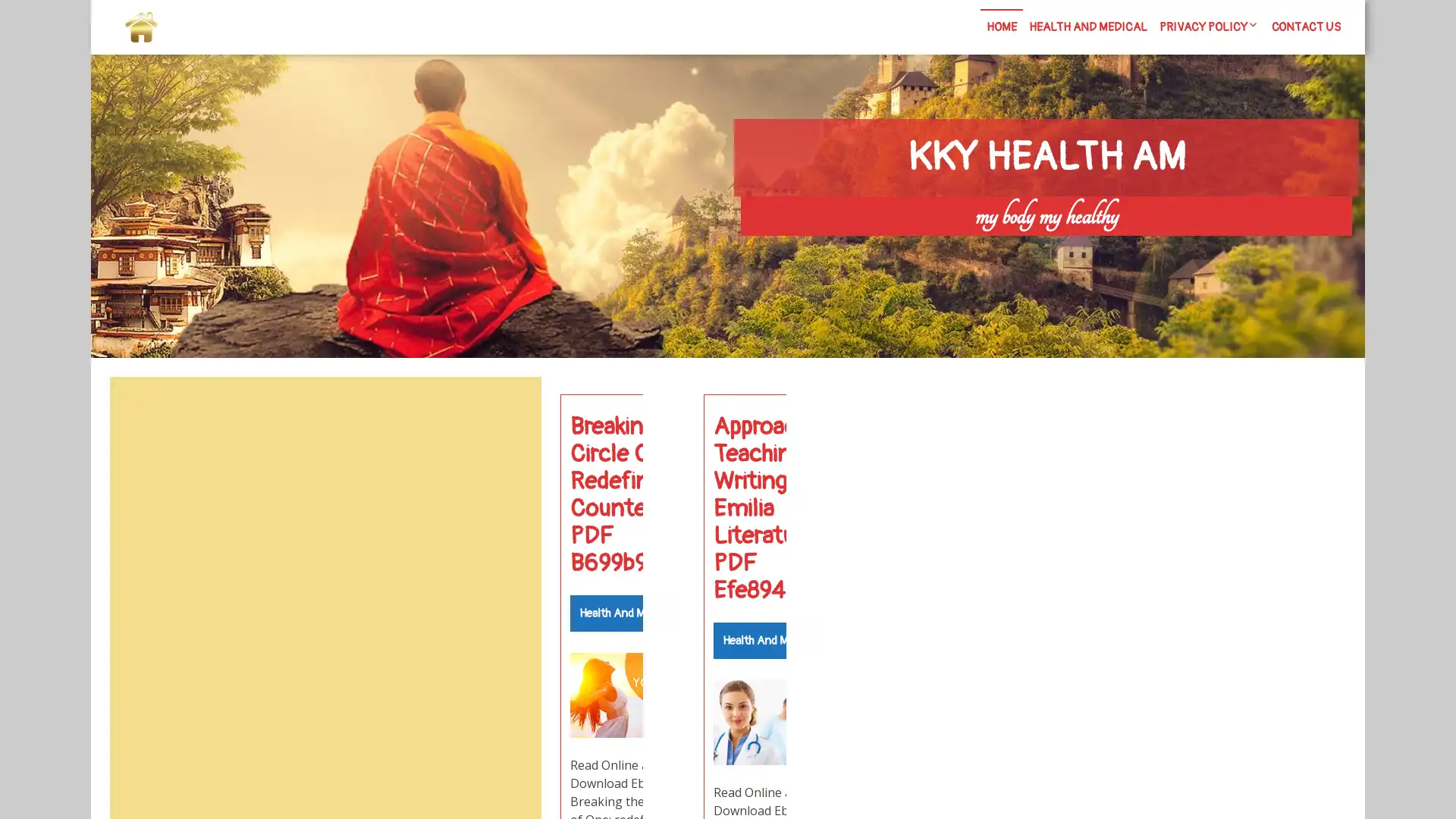 This screenshot has height=819, width=1456. I want to click on Search, so click(1181, 248).